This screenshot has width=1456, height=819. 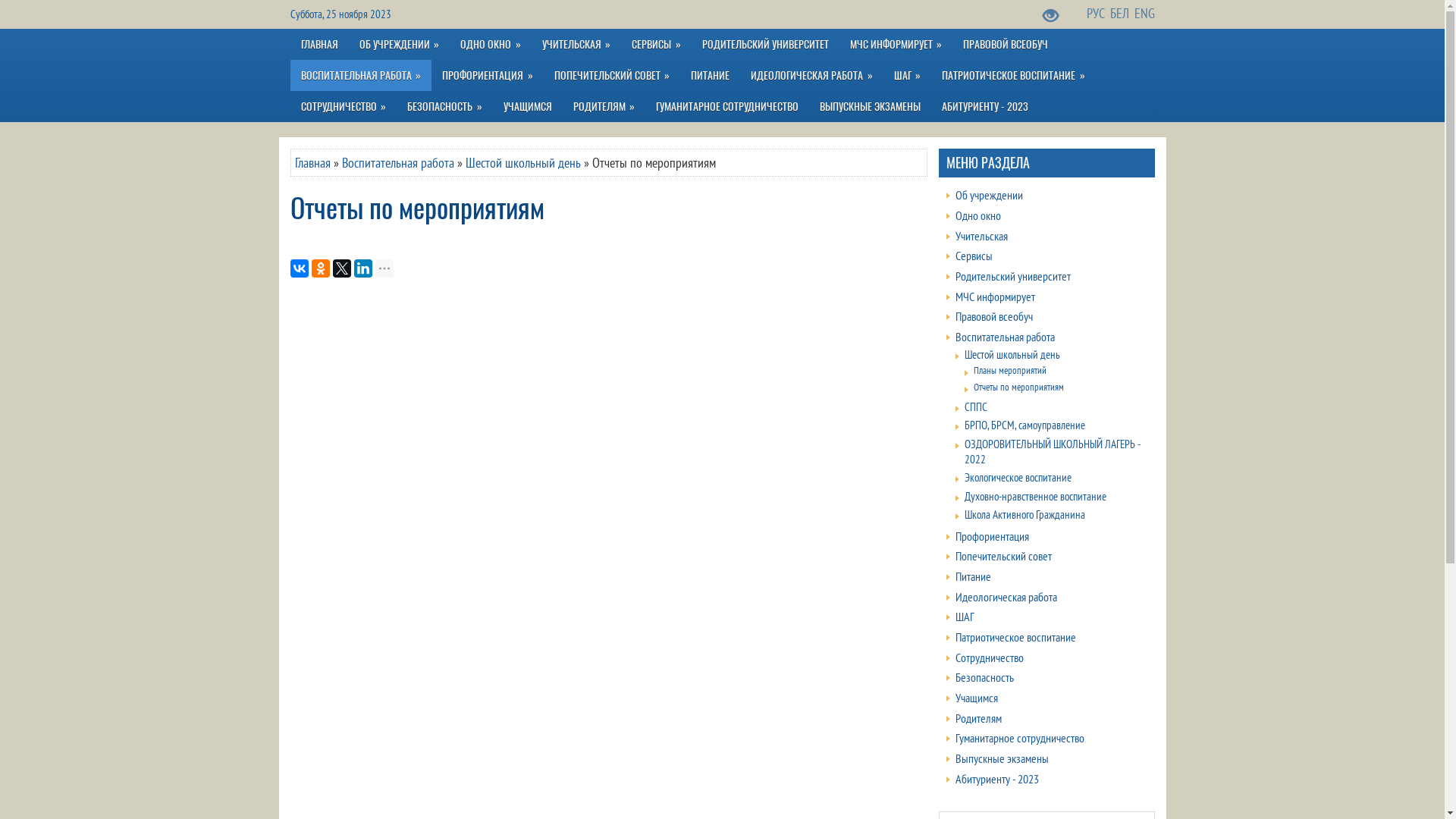 What do you see at coordinates (362, 268) in the screenshot?
I see `'LinkedIn'` at bounding box center [362, 268].